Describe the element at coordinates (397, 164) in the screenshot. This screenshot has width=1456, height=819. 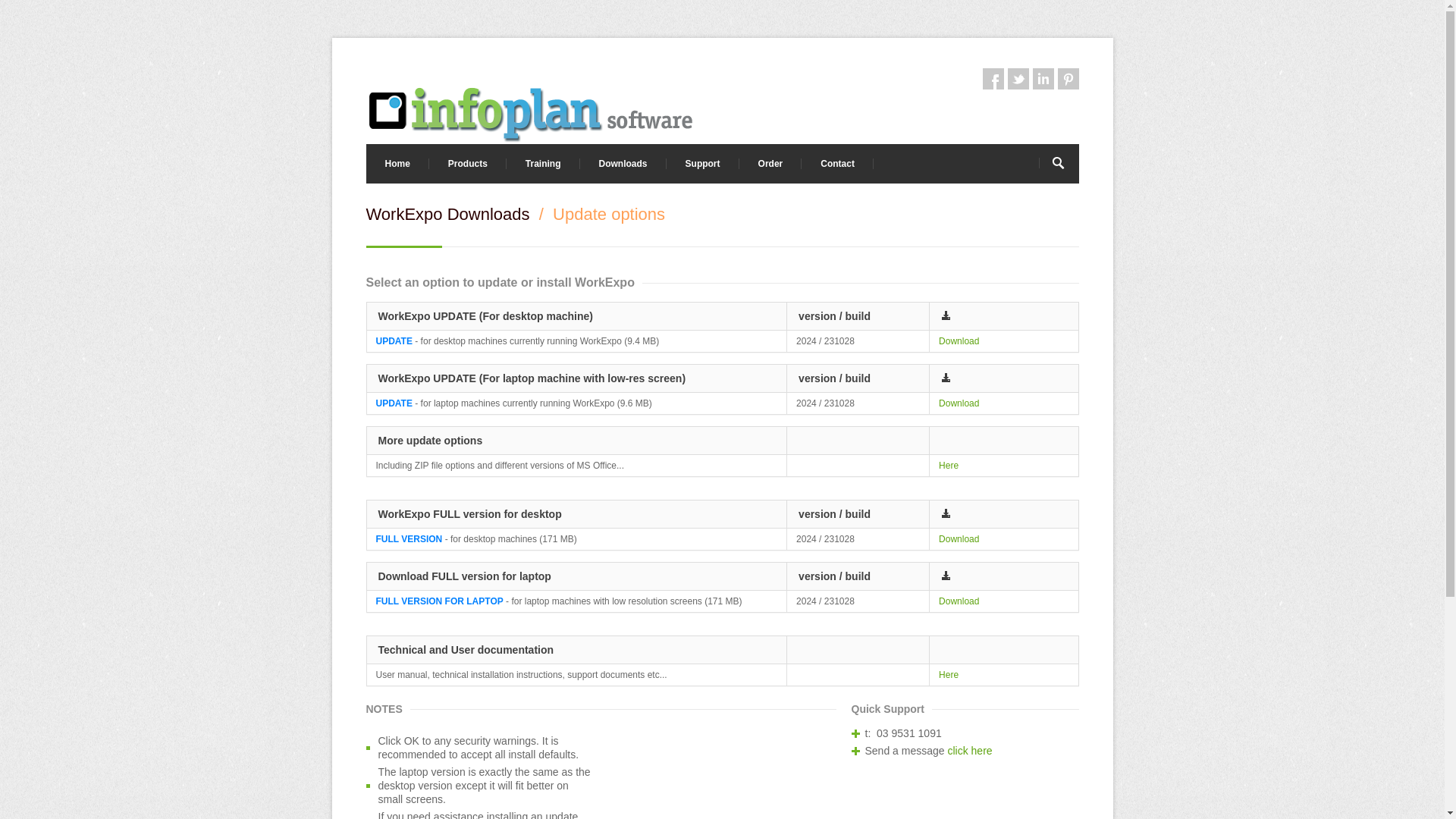
I see `'Home'` at that location.